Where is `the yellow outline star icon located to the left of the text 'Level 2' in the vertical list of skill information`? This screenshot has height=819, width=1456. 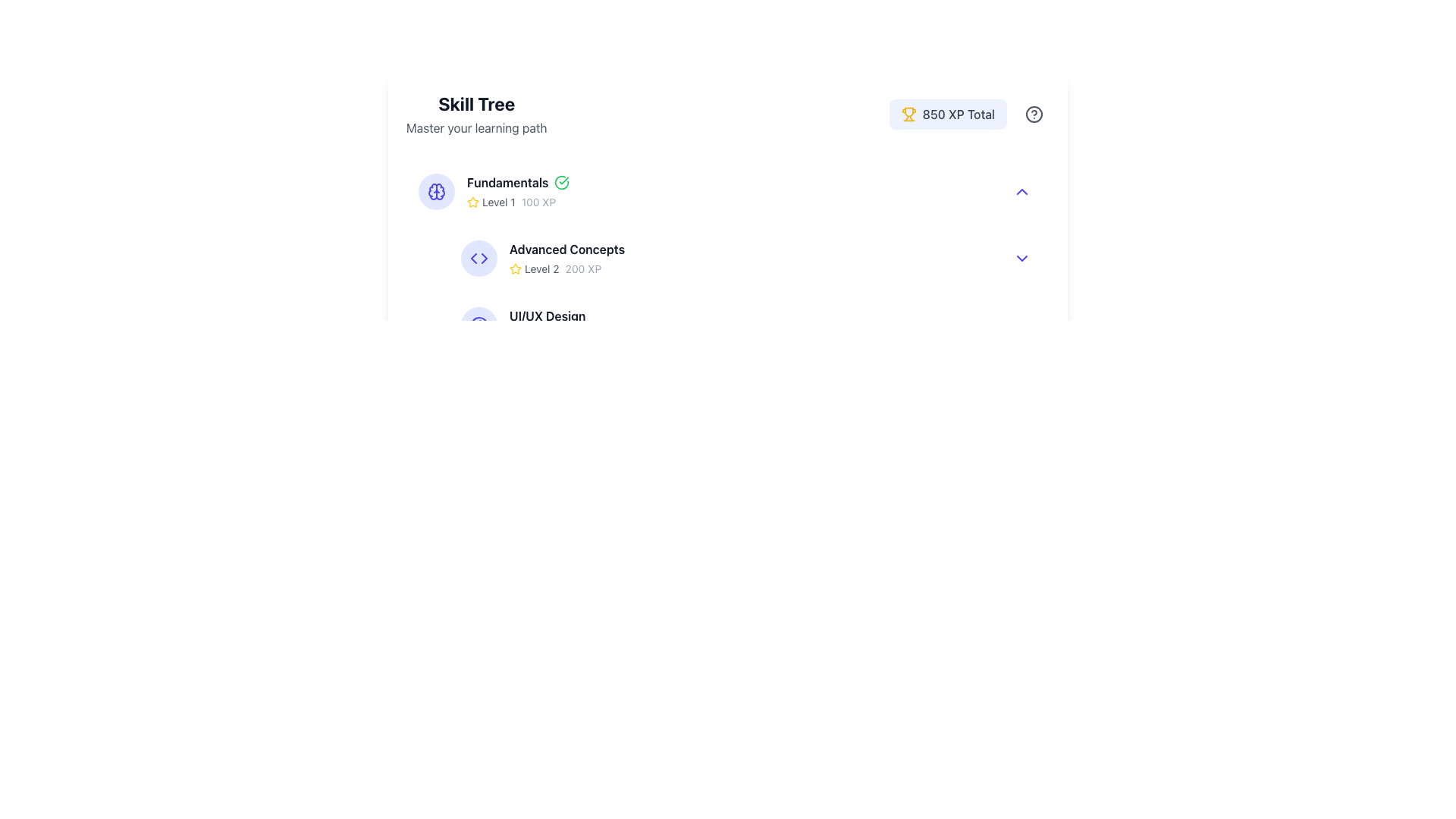
the yellow outline star icon located to the left of the text 'Level 2' in the vertical list of skill information is located at coordinates (516, 268).